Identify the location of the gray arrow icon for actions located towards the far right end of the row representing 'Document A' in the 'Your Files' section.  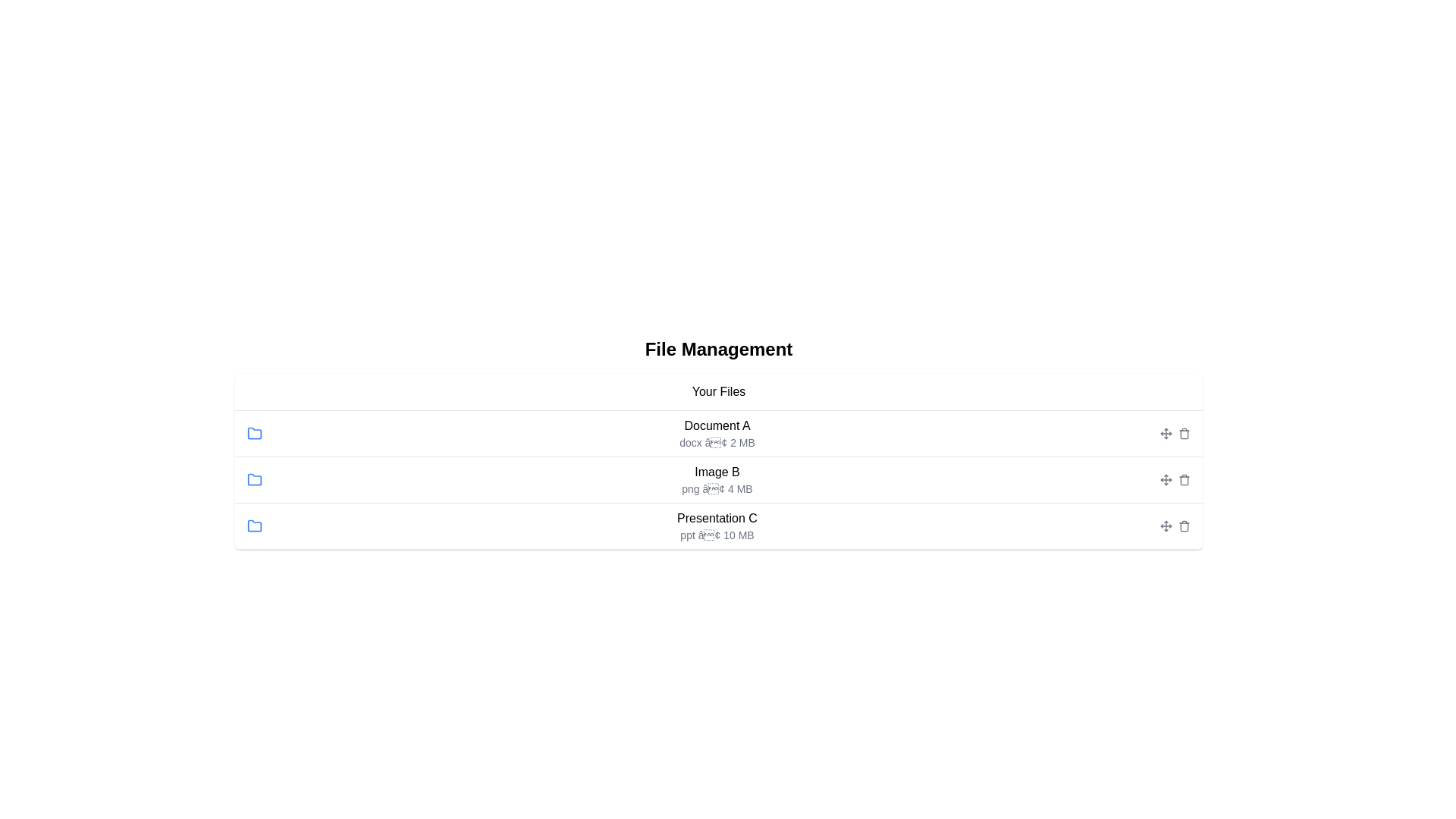
(1175, 433).